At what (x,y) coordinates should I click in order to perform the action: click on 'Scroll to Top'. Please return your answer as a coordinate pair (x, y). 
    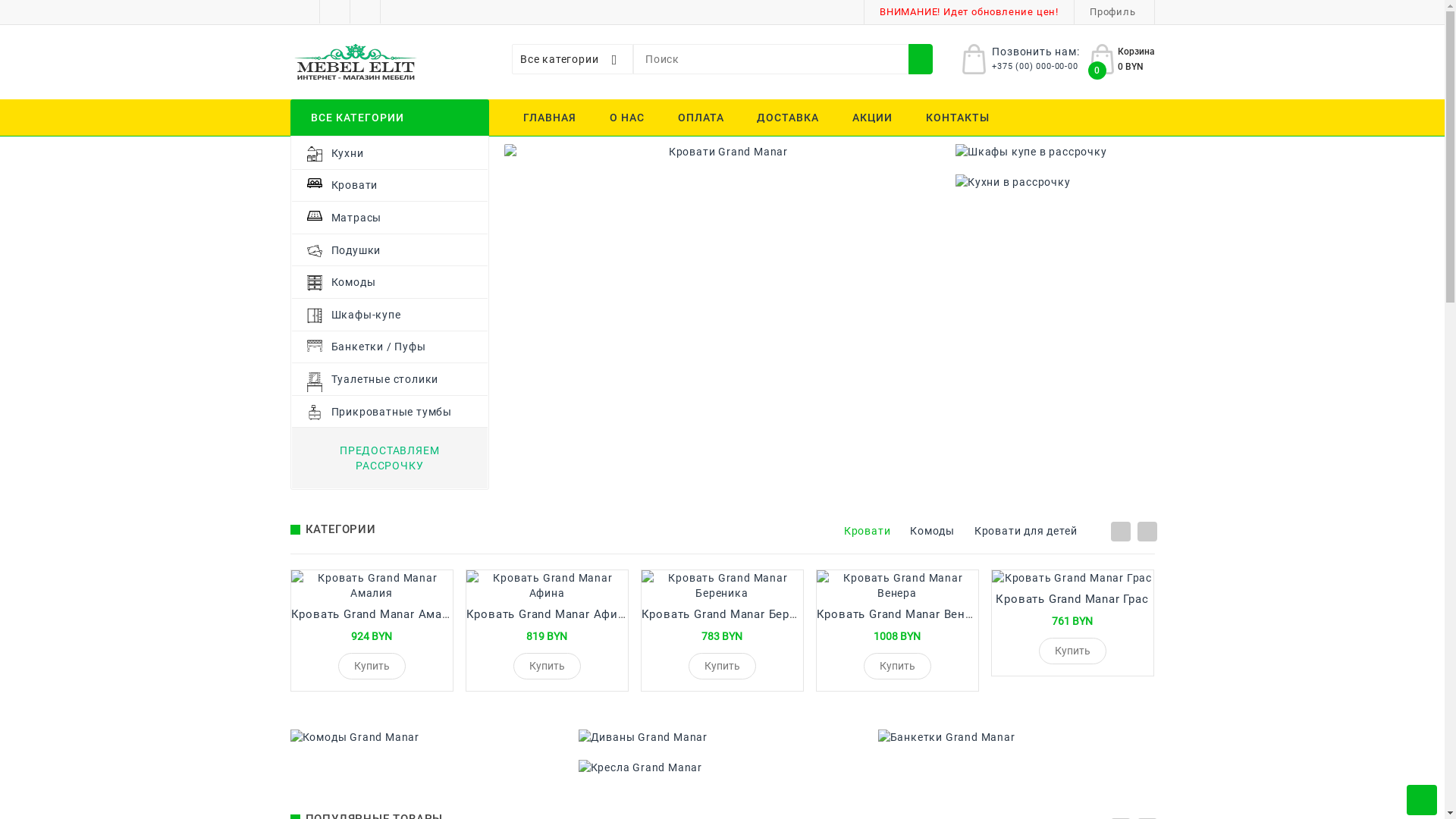
    Looking at the image, I should click on (1421, 799).